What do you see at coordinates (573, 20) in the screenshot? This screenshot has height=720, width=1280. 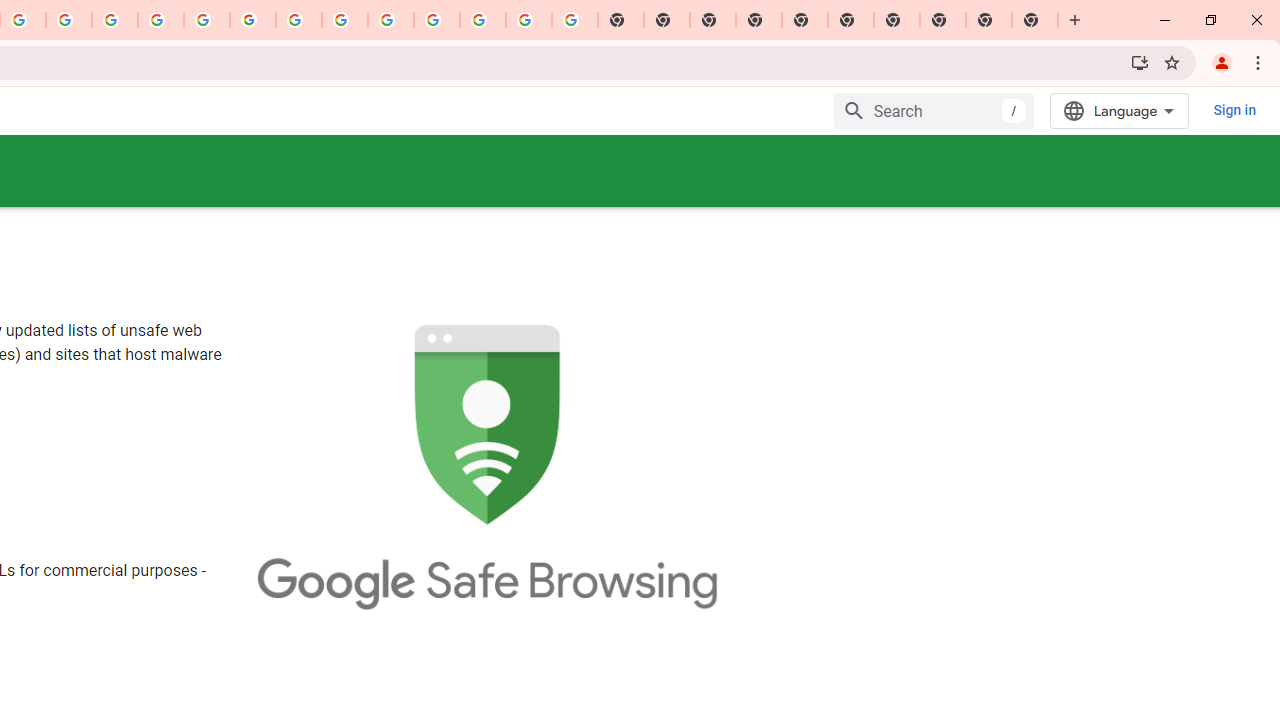 I see `'Google Images'` at bounding box center [573, 20].